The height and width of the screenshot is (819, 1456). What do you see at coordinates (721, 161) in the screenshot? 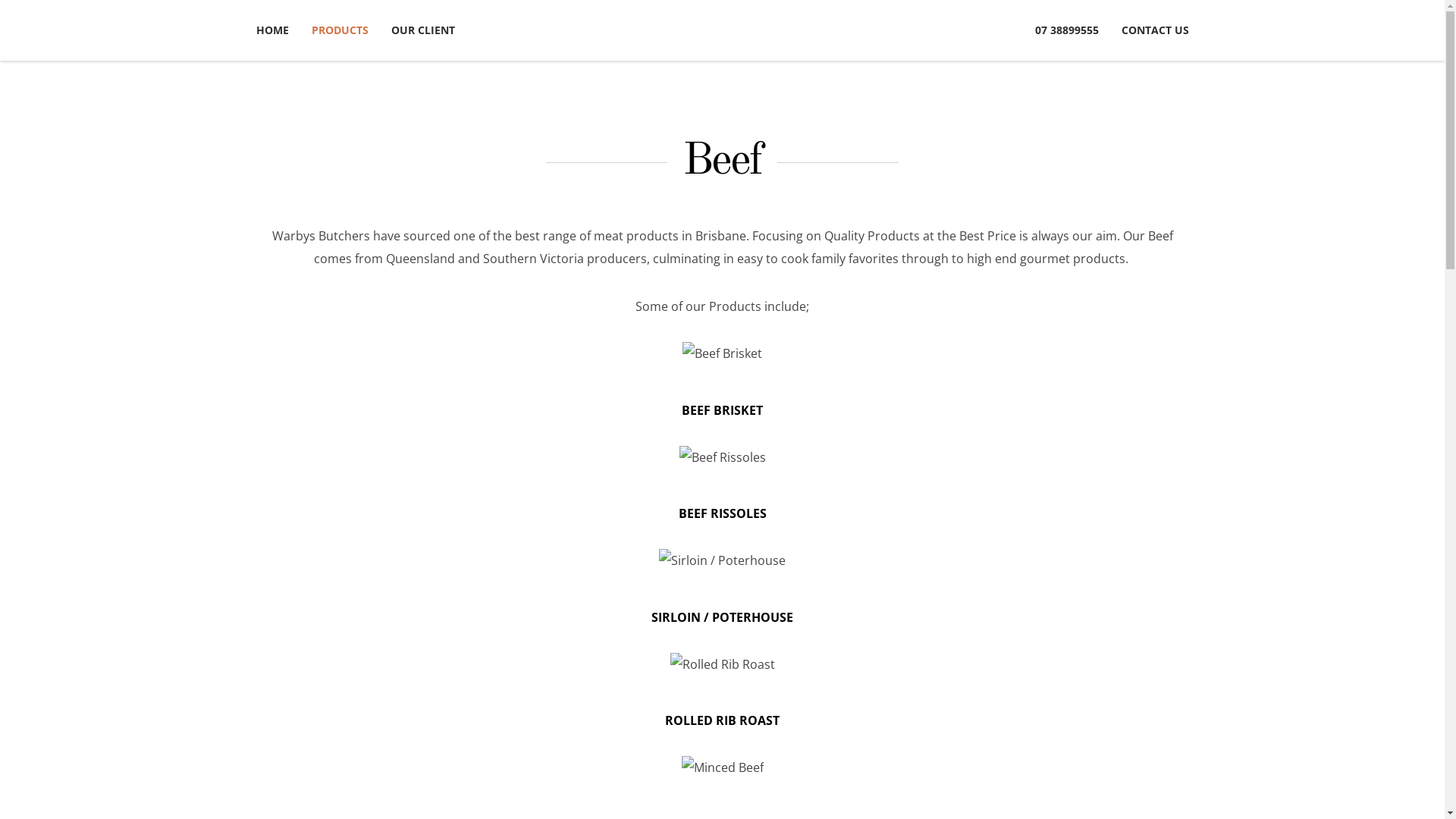
I see `'Beef'` at bounding box center [721, 161].